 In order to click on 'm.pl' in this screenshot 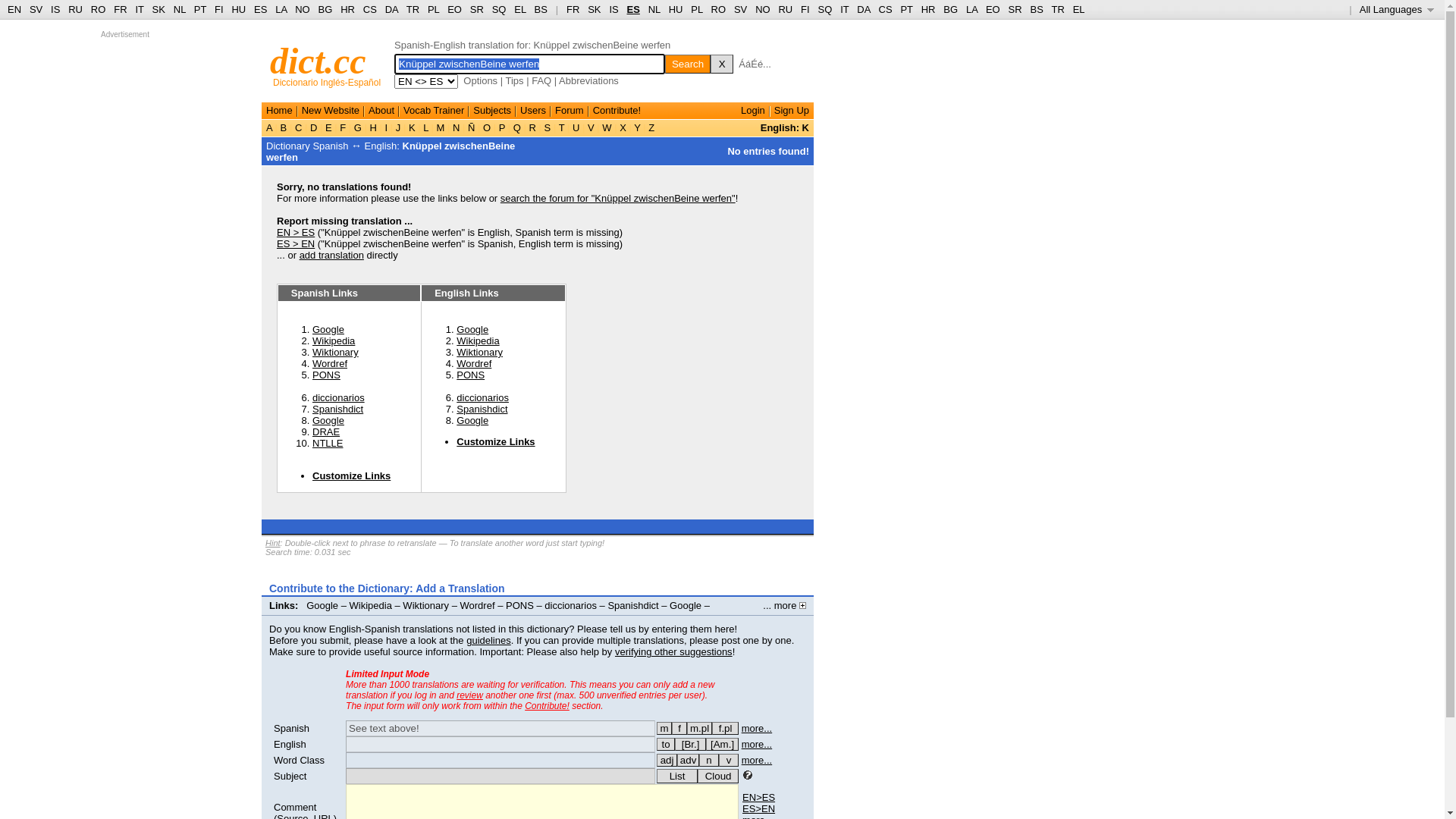, I will do `click(698, 727)`.